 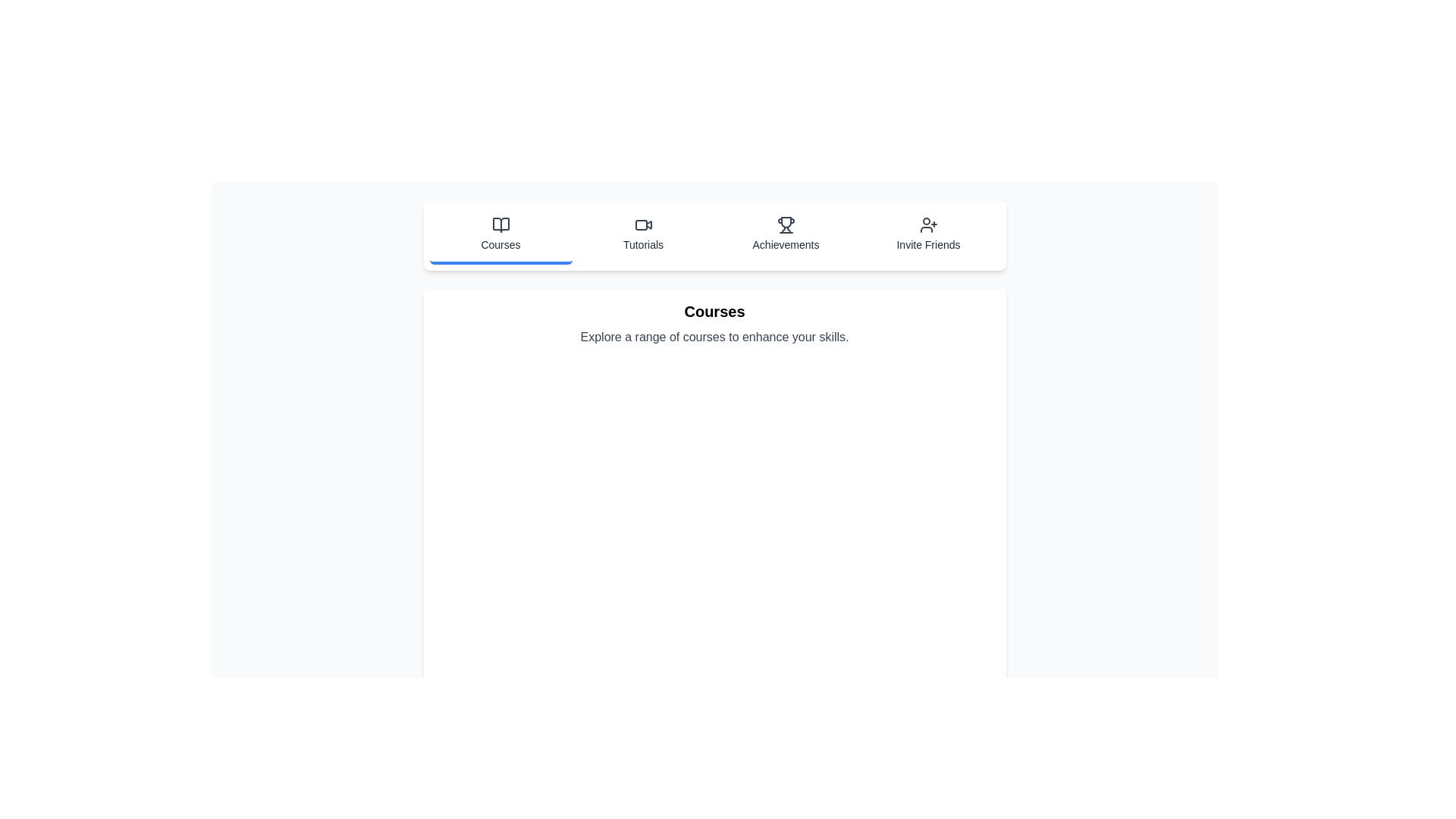 I want to click on the trophy icon representing the 'Achievements' menu option, so click(x=786, y=225).